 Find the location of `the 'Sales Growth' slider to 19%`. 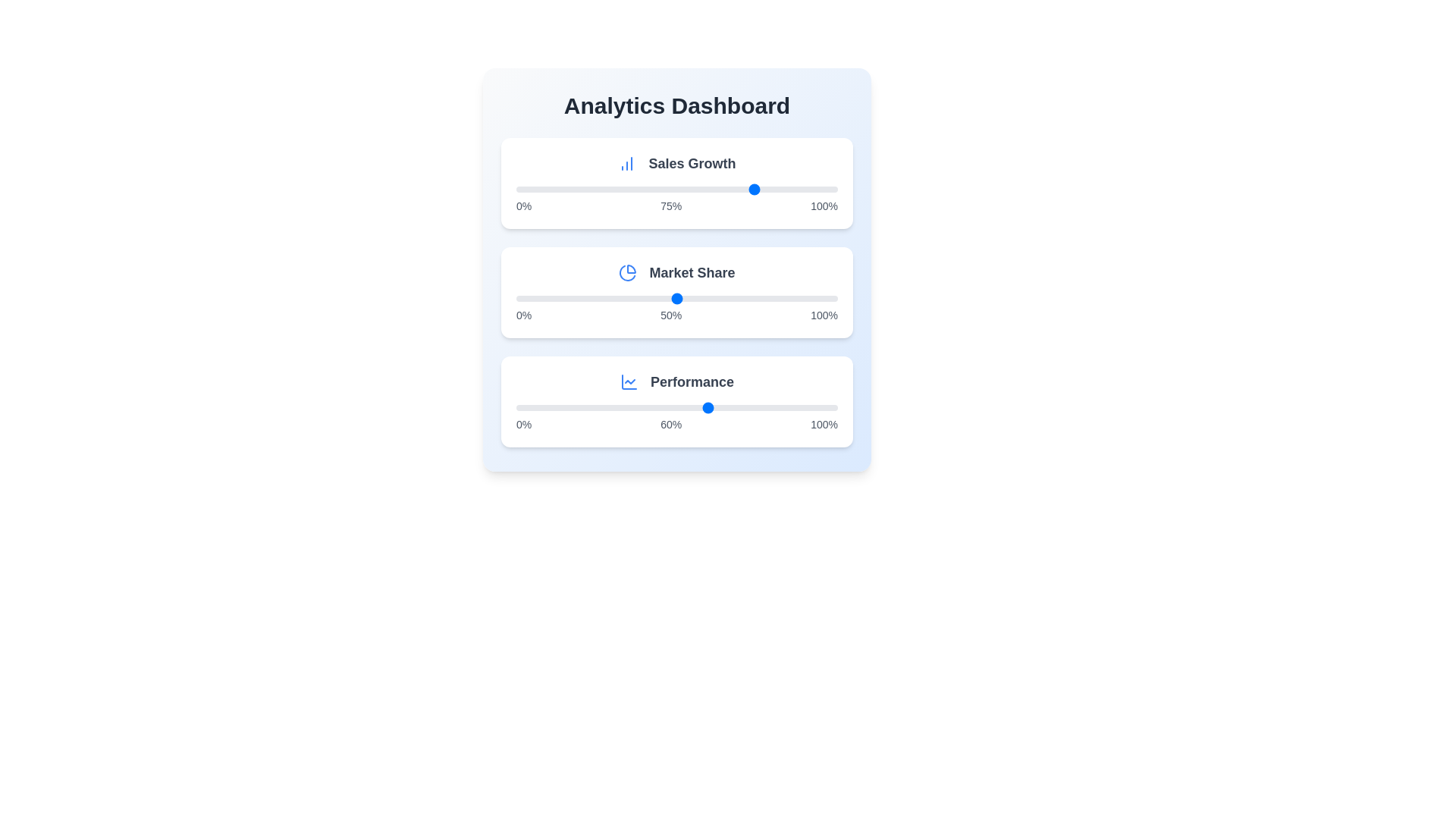

the 'Sales Growth' slider to 19% is located at coordinates (576, 189).